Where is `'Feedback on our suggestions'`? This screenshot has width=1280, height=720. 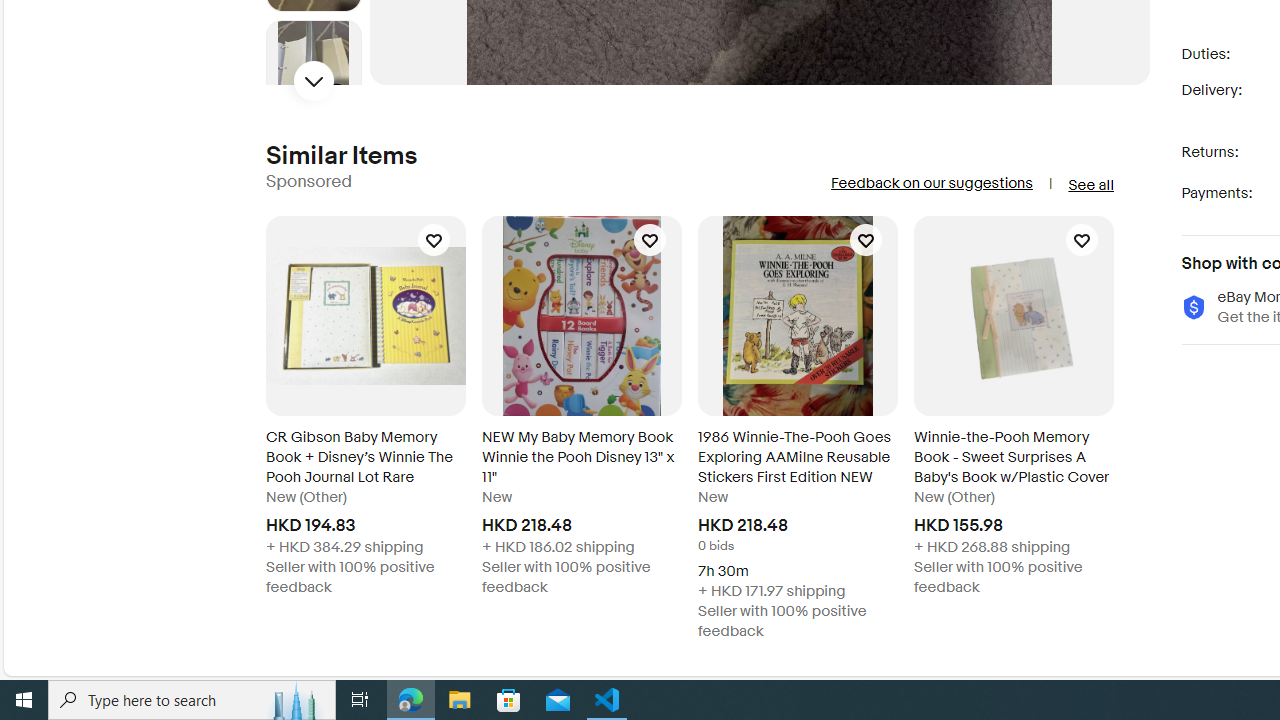
'Feedback on our suggestions' is located at coordinates (930, 183).